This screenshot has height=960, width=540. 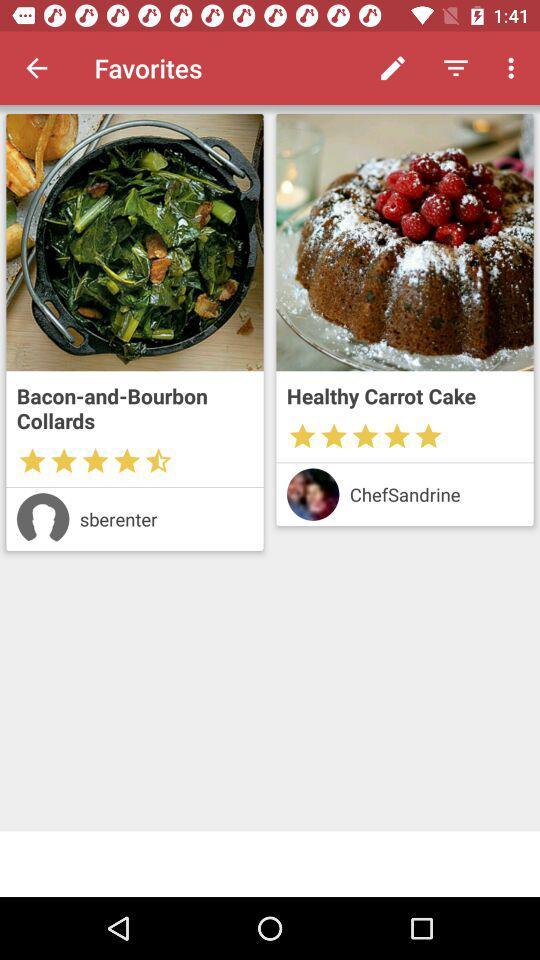 What do you see at coordinates (435, 493) in the screenshot?
I see `the chefsandrine` at bounding box center [435, 493].